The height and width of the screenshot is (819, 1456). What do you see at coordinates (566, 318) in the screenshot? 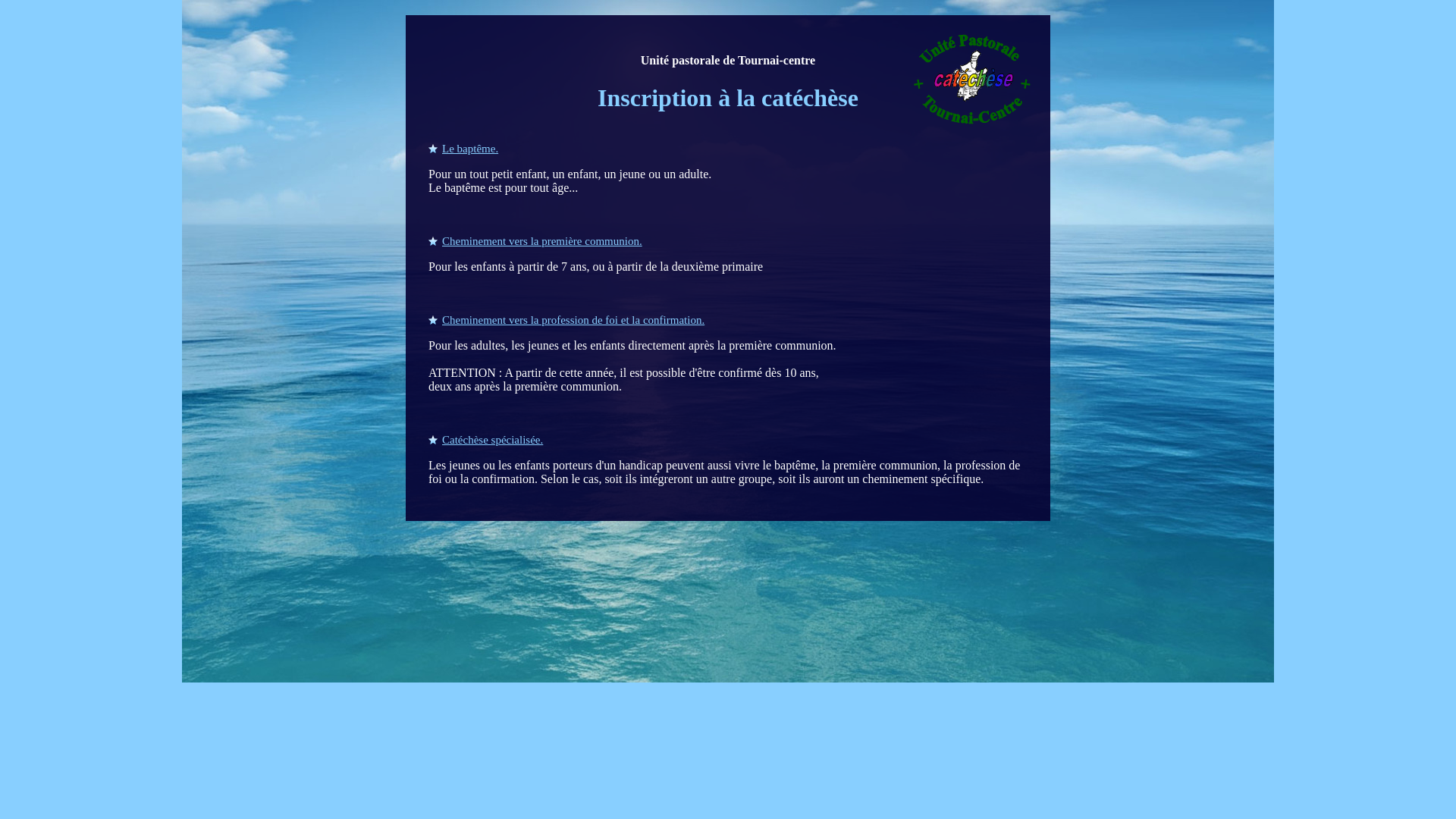
I see `'Cheminement vers la profession de foi et la confirmation.'` at bounding box center [566, 318].